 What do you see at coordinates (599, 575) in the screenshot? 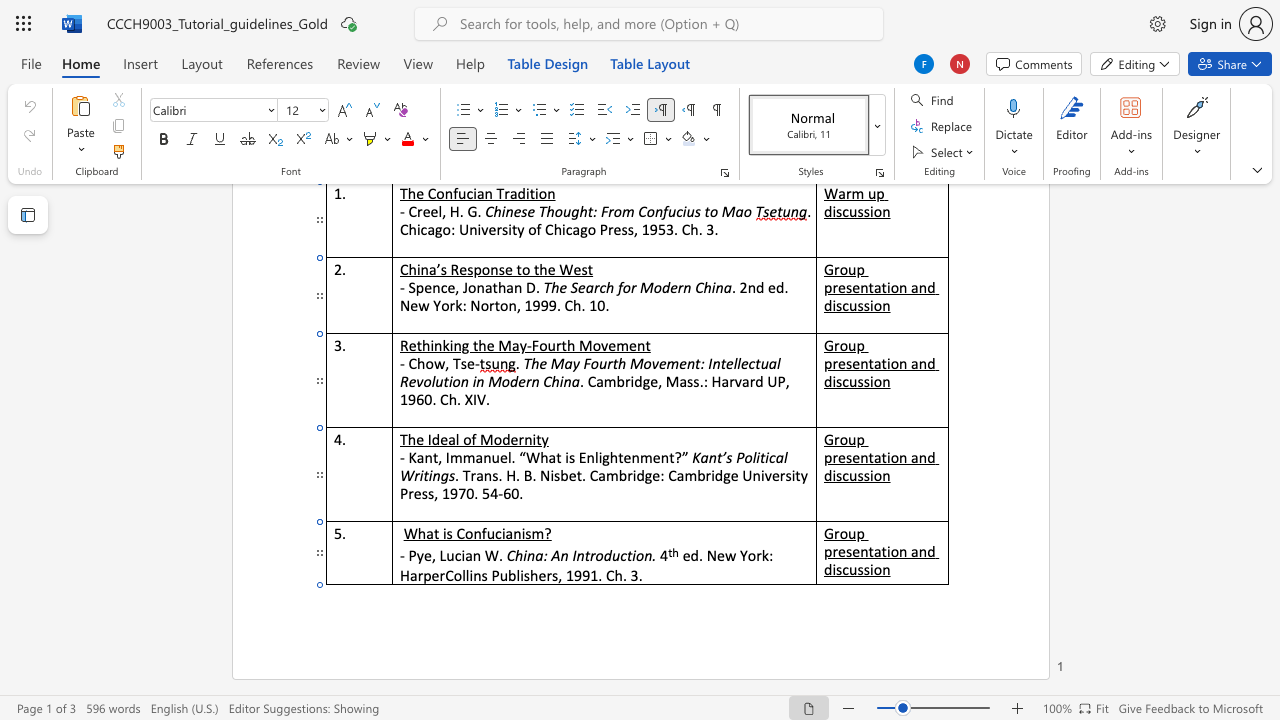
I see `the 1th character "." in the text` at bounding box center [599, 575].